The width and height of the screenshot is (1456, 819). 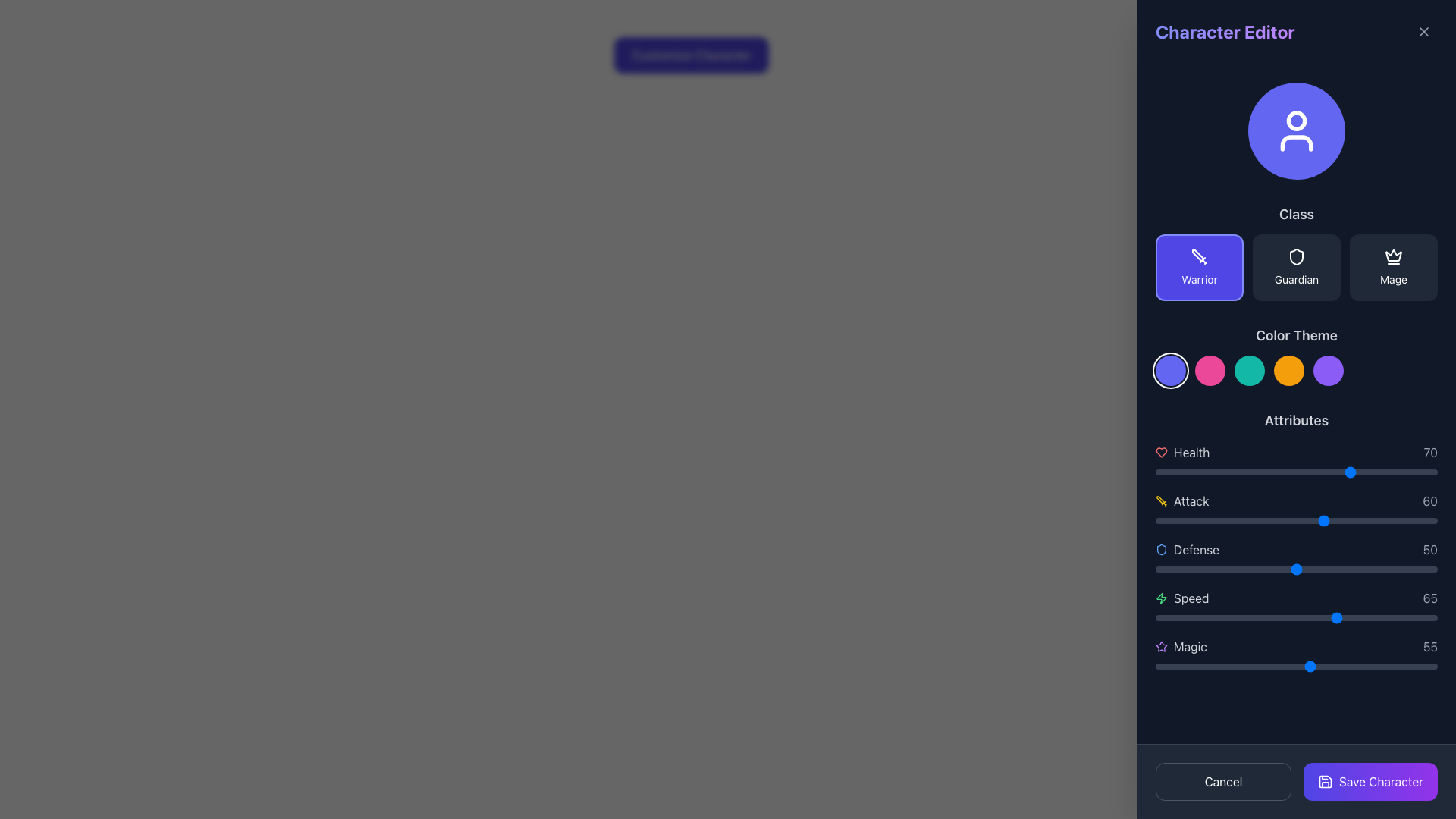 What do you see at coordinates (1257, 519) in the screenshot?
I see `the 'Attack' attribute slider` at bounding box center [1257, 519].